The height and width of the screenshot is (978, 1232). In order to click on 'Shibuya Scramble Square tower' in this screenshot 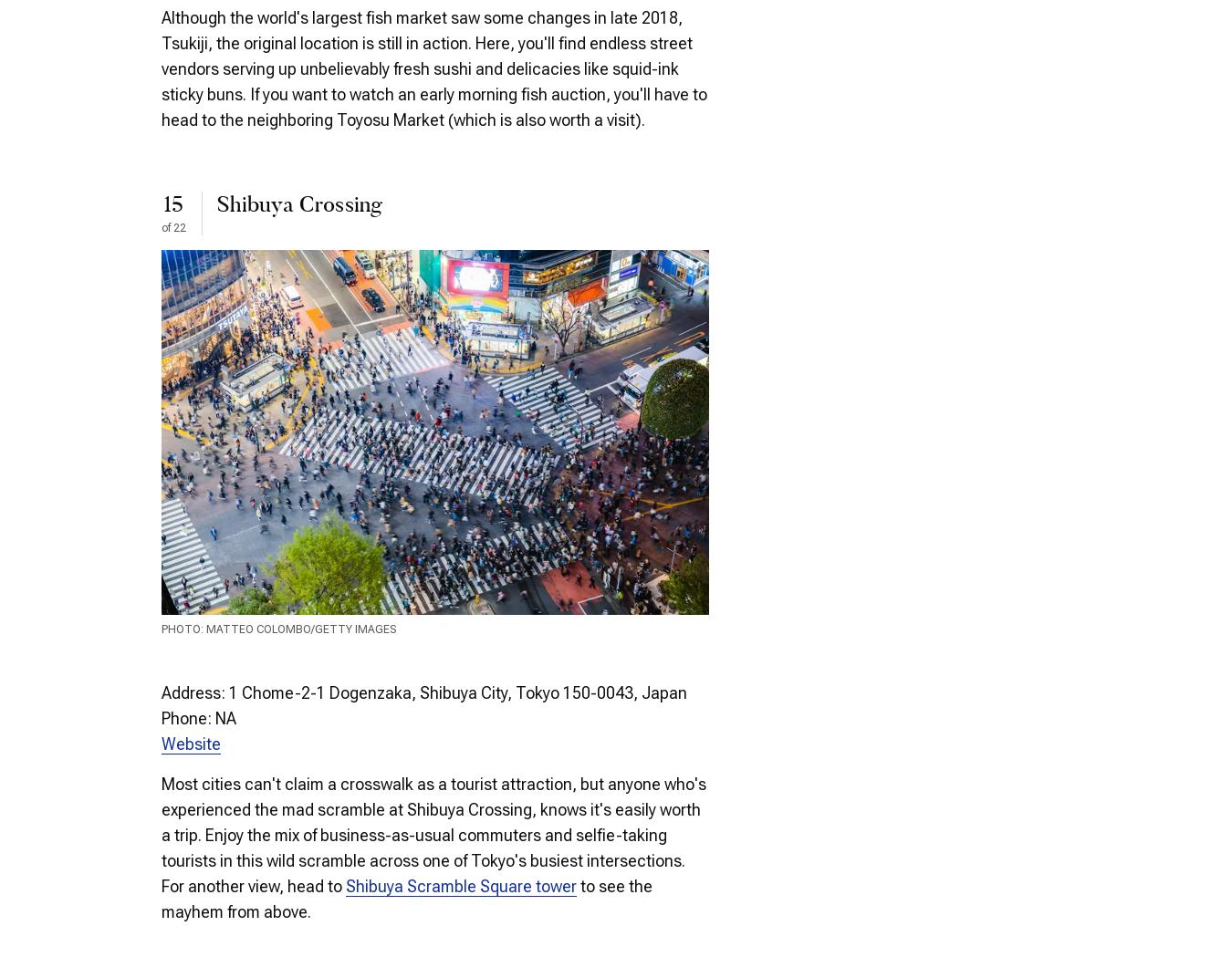, I will do `click(345, 884)`.